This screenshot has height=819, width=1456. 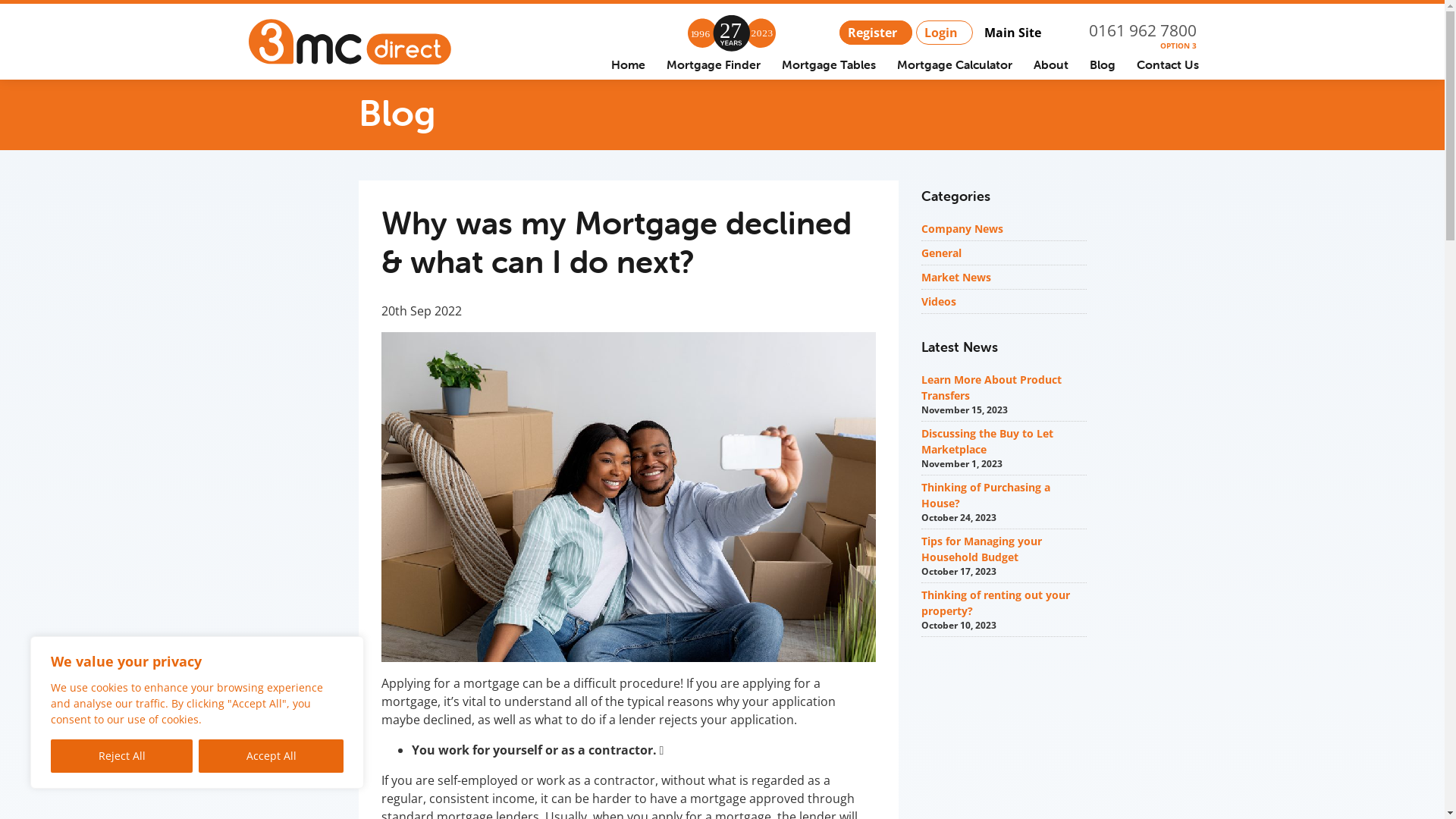 What do you see at coordinates (920, 441) in the screenshot?
I see `'Discussing the Buy to Let Marketplace'` at bounding box center [920, 441].